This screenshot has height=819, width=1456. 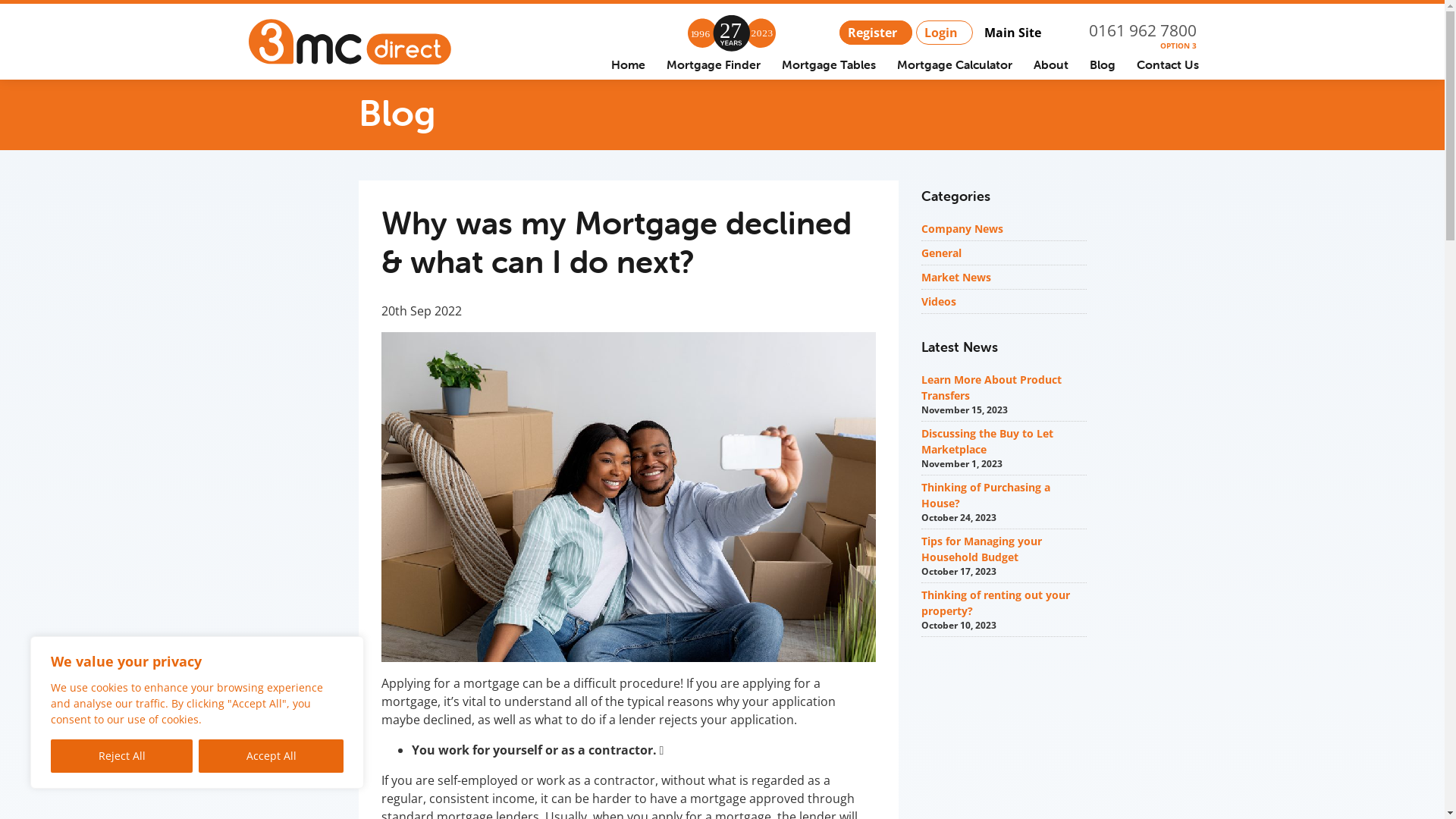 What do you see at coordinates (920, 441) in the screenshot?
I see `'Discussing the Buy to Let Marketplace'` at bounding box center [920, 441].